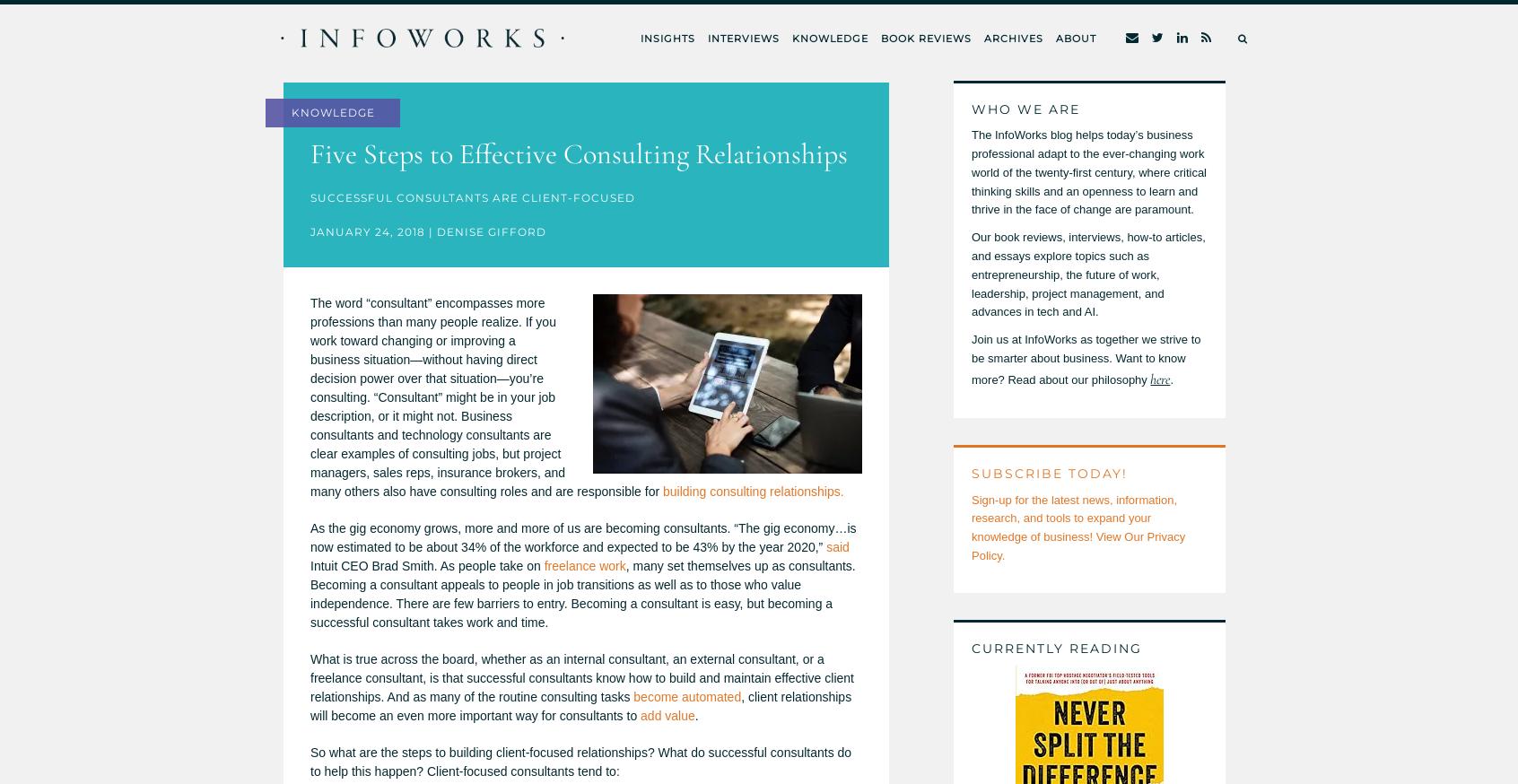 The width and height of the screenshot is (1518, 784). I want to click on 'View Our Privacy Policy.', so click(1077, 544).